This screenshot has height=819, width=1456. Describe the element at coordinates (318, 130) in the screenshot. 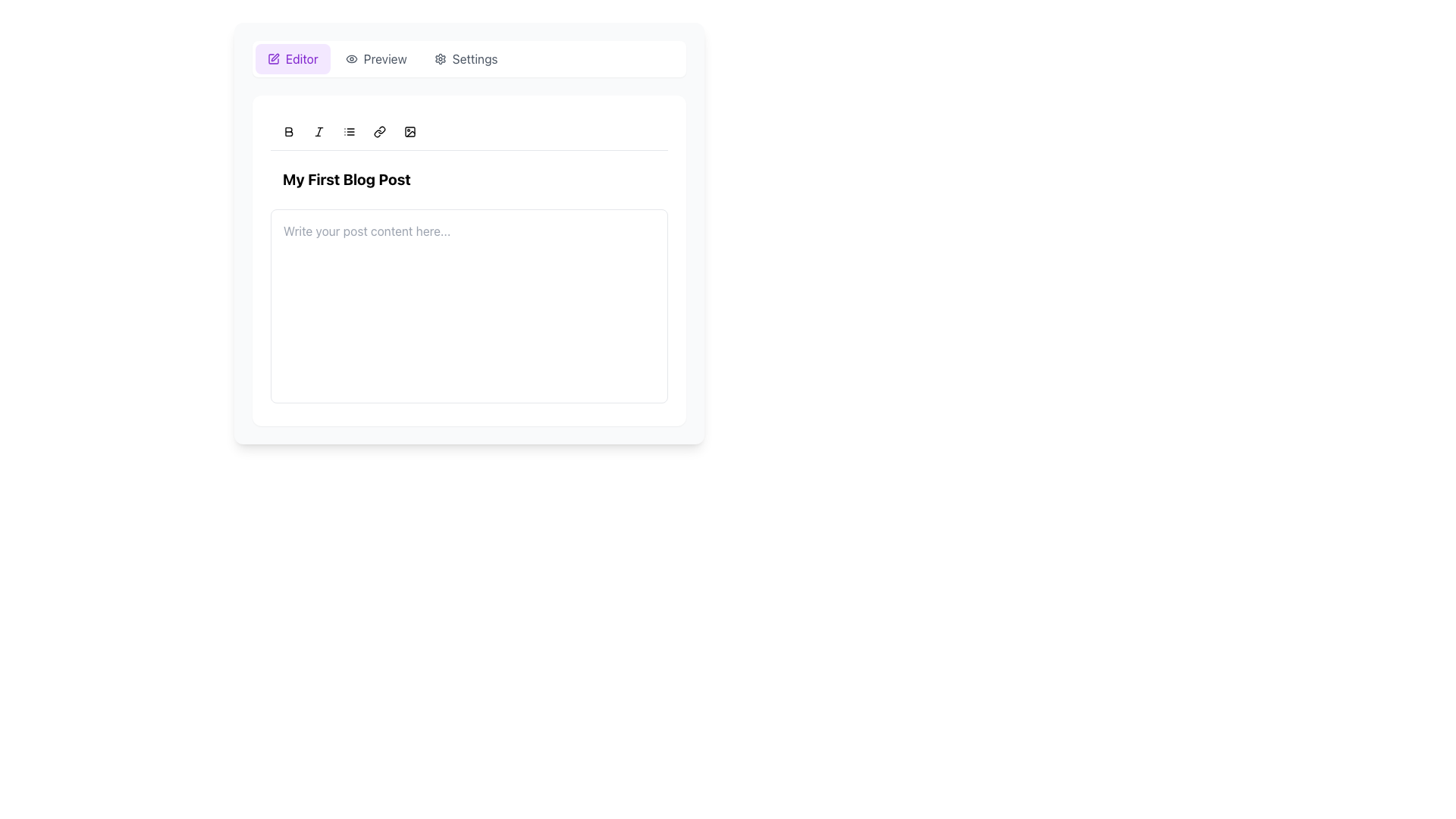

I see `the italic formatting button located in the text formatting section of the blog editor, which is the second button from the left, directly to the right of the bold 'B' button` at that location.